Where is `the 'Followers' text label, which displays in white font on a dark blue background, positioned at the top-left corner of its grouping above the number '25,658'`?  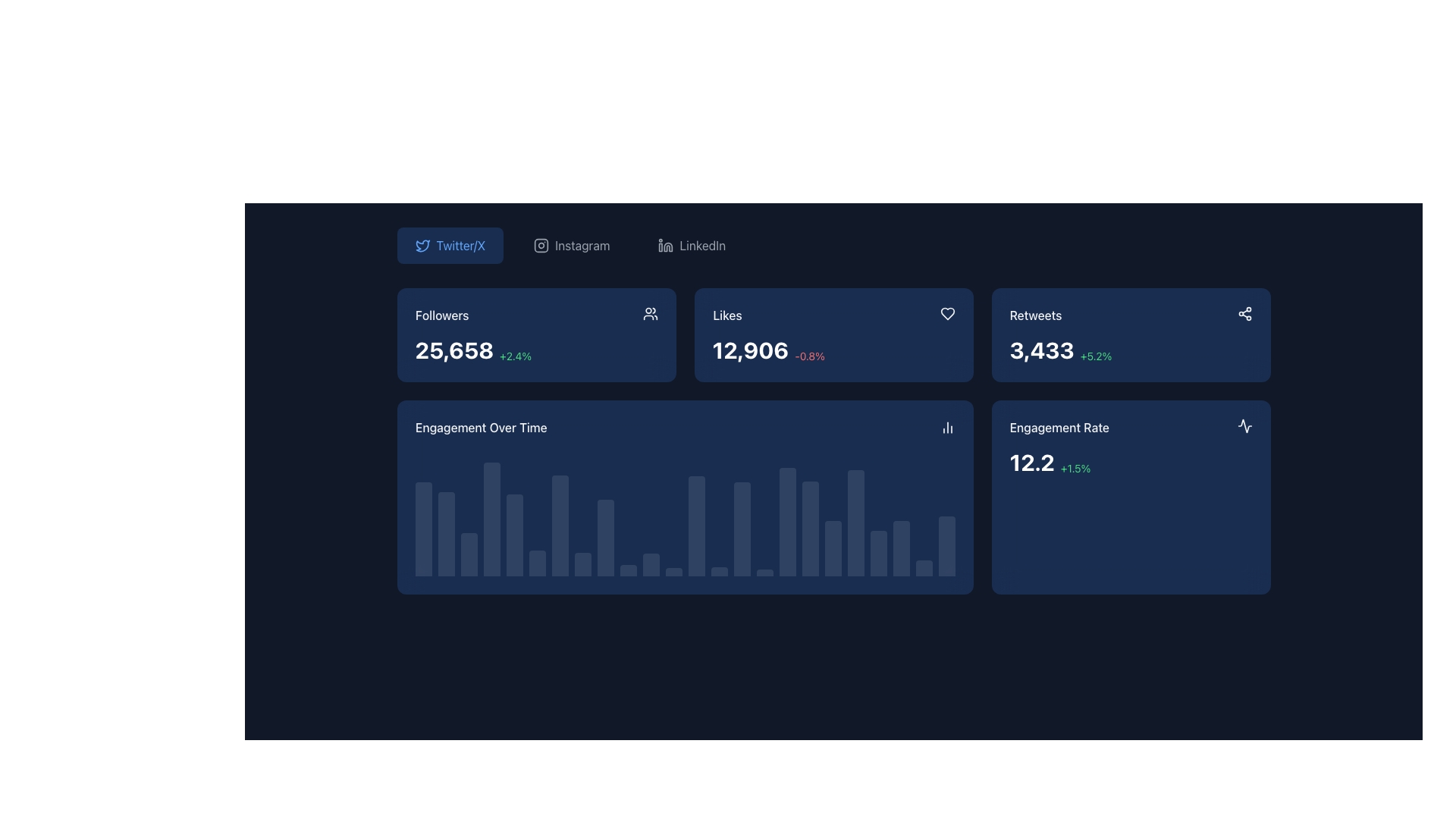
the 'Followers' text label, which displays in white font on a dark blue background, positioned at the top-left corner of its grouping above the number '25,658' is located at coordinates (441, 315).